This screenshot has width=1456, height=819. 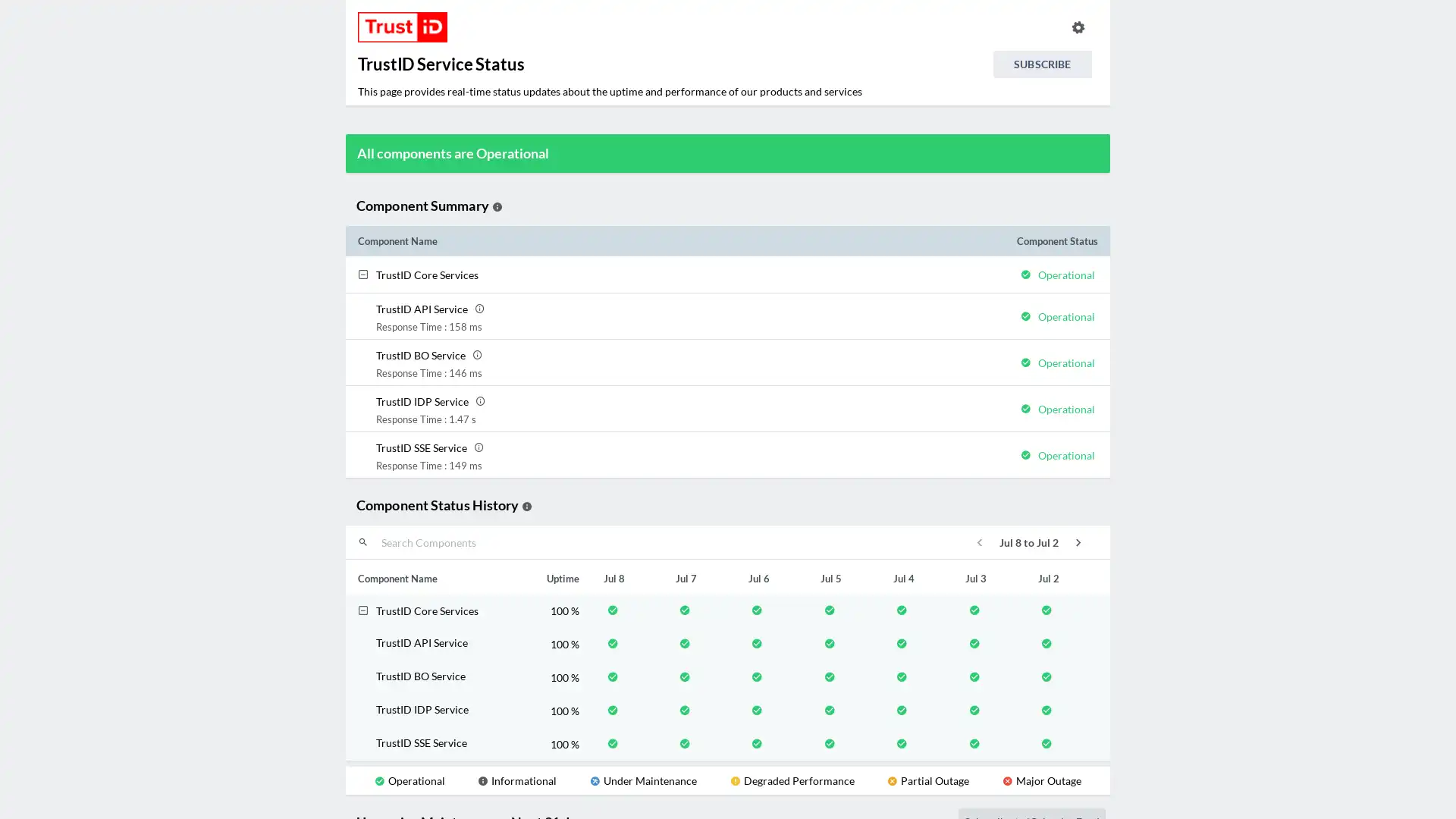 I want to click on SUBSCRIBE, so click(x=1041, y=63).